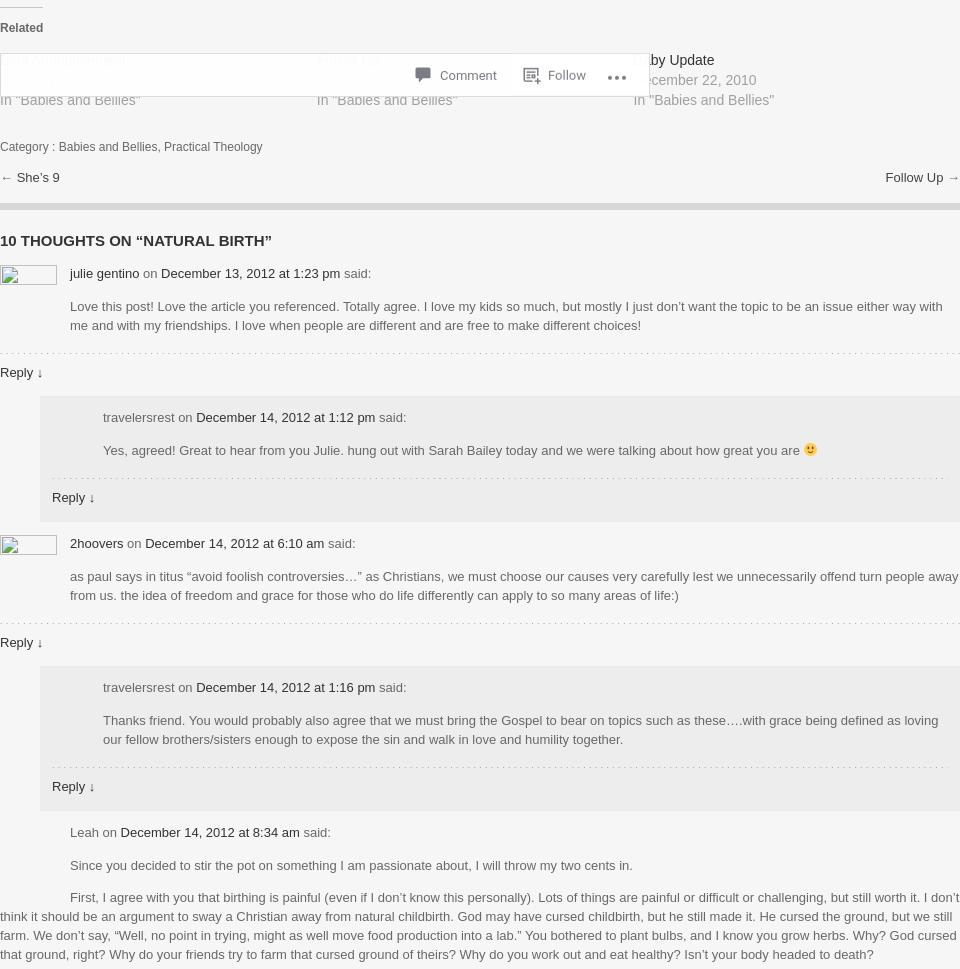 The width and height of the screenshot is (960, 969). I want to click on 'December 14, 2012 at 1:16 pm', so click(284, 685).